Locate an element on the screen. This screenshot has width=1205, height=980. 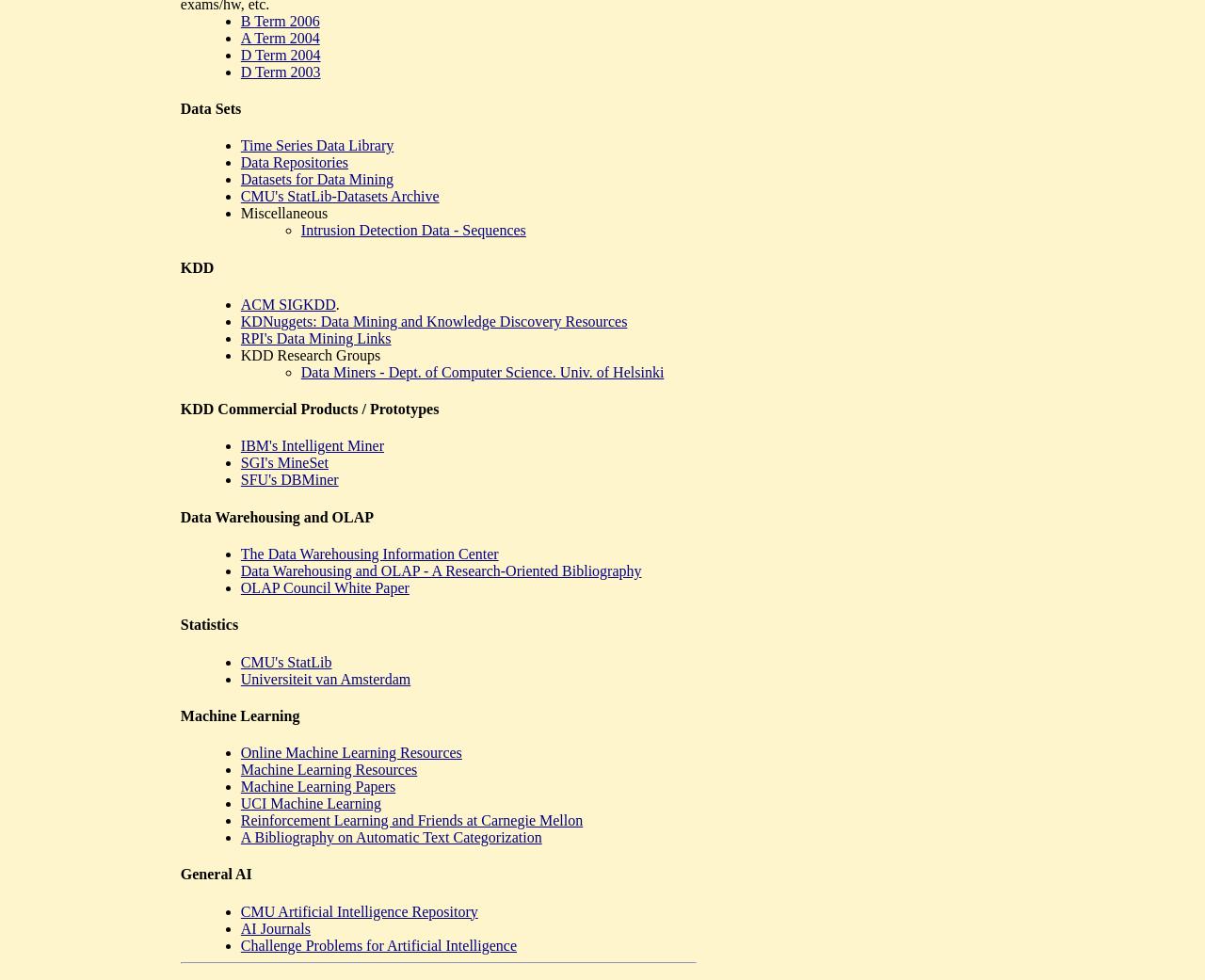
'B Term 2006' is located at coordinates (278, 19).